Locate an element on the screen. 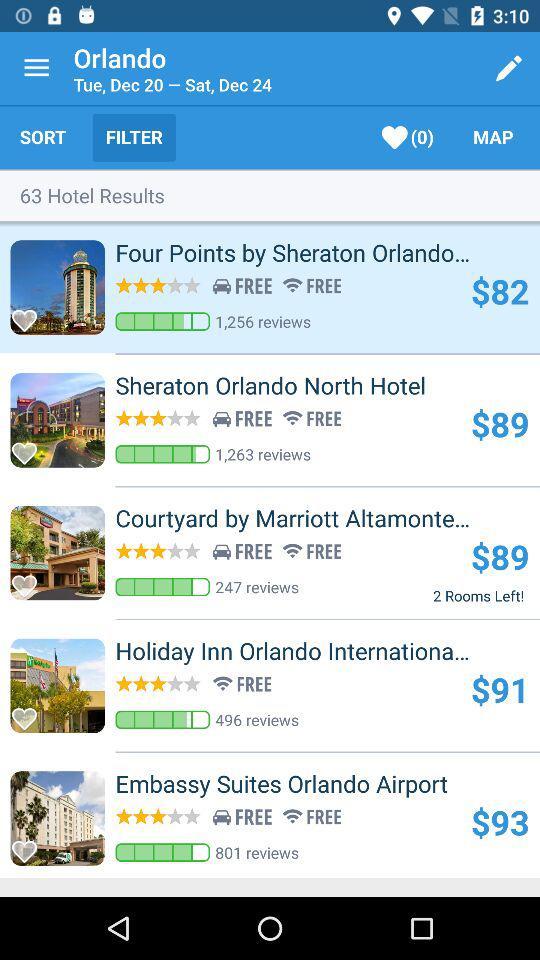 This screenshot has height=960, width=540. the item above the embassy suites orlando is located at coordinates (257, 719).